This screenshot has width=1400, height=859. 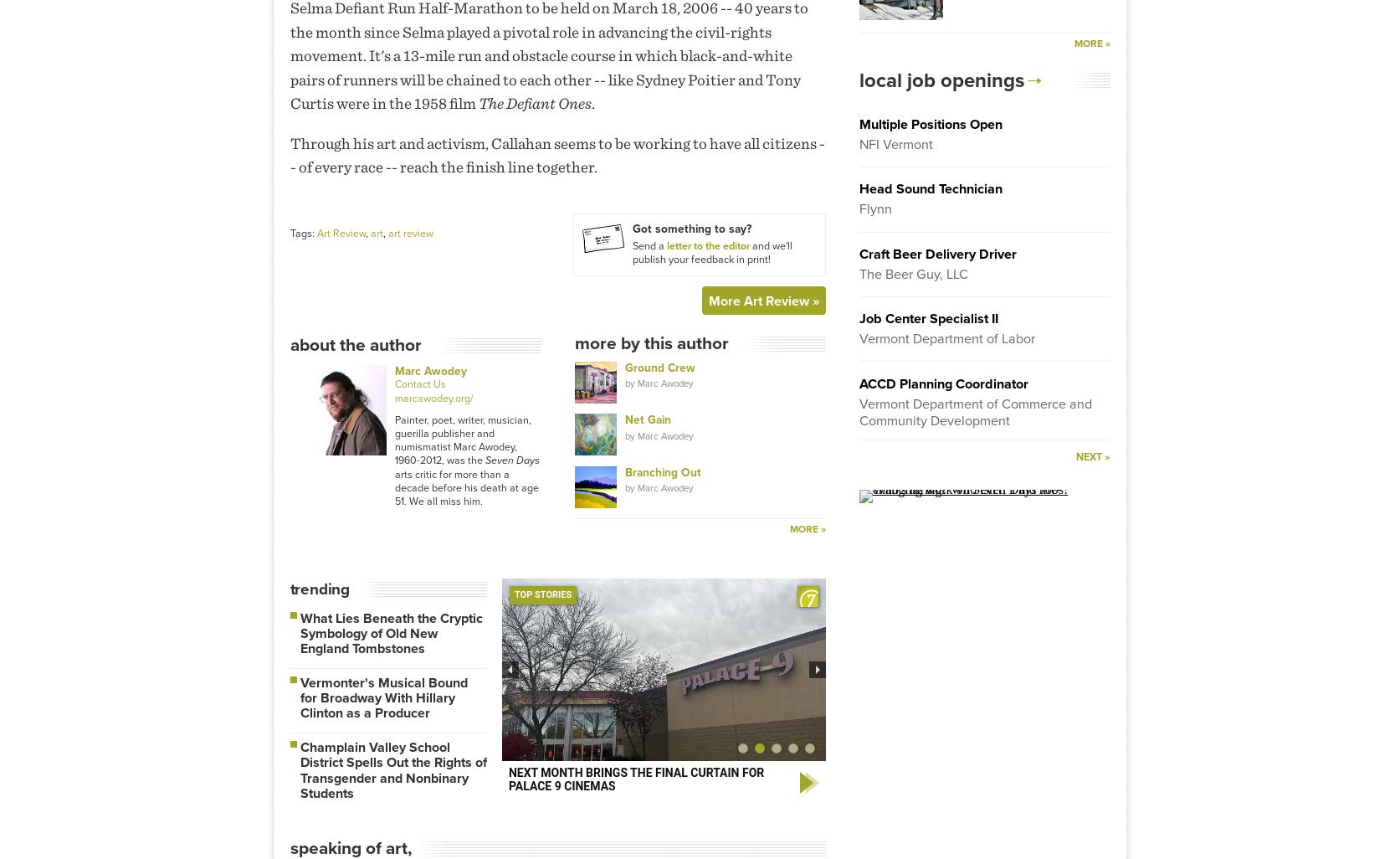 What do you see at coordinates (354, 345) in the screenshot?
I see `'About The Author'` at bounding box center [354, 345].